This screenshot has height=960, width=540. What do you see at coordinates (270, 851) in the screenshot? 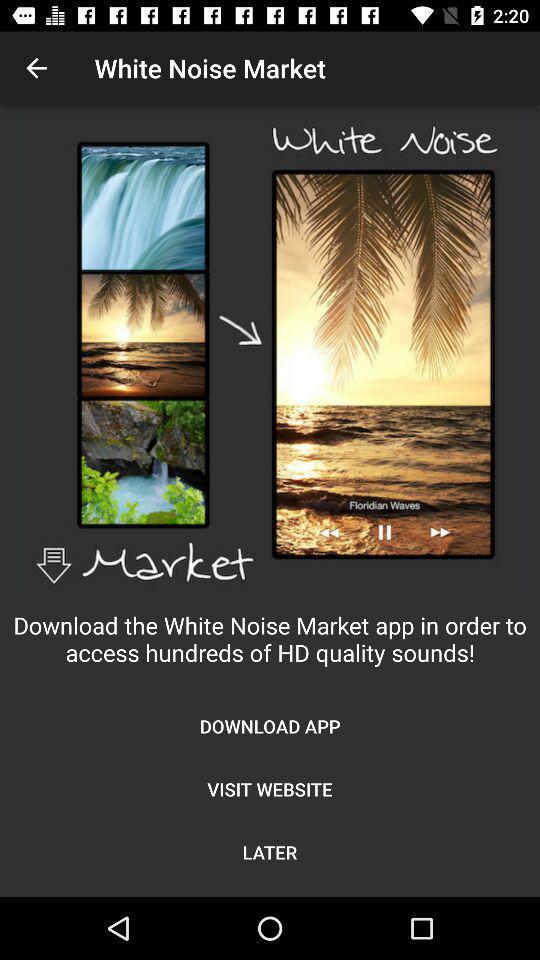
I see `the later icon` at bounding box center [270, 851].